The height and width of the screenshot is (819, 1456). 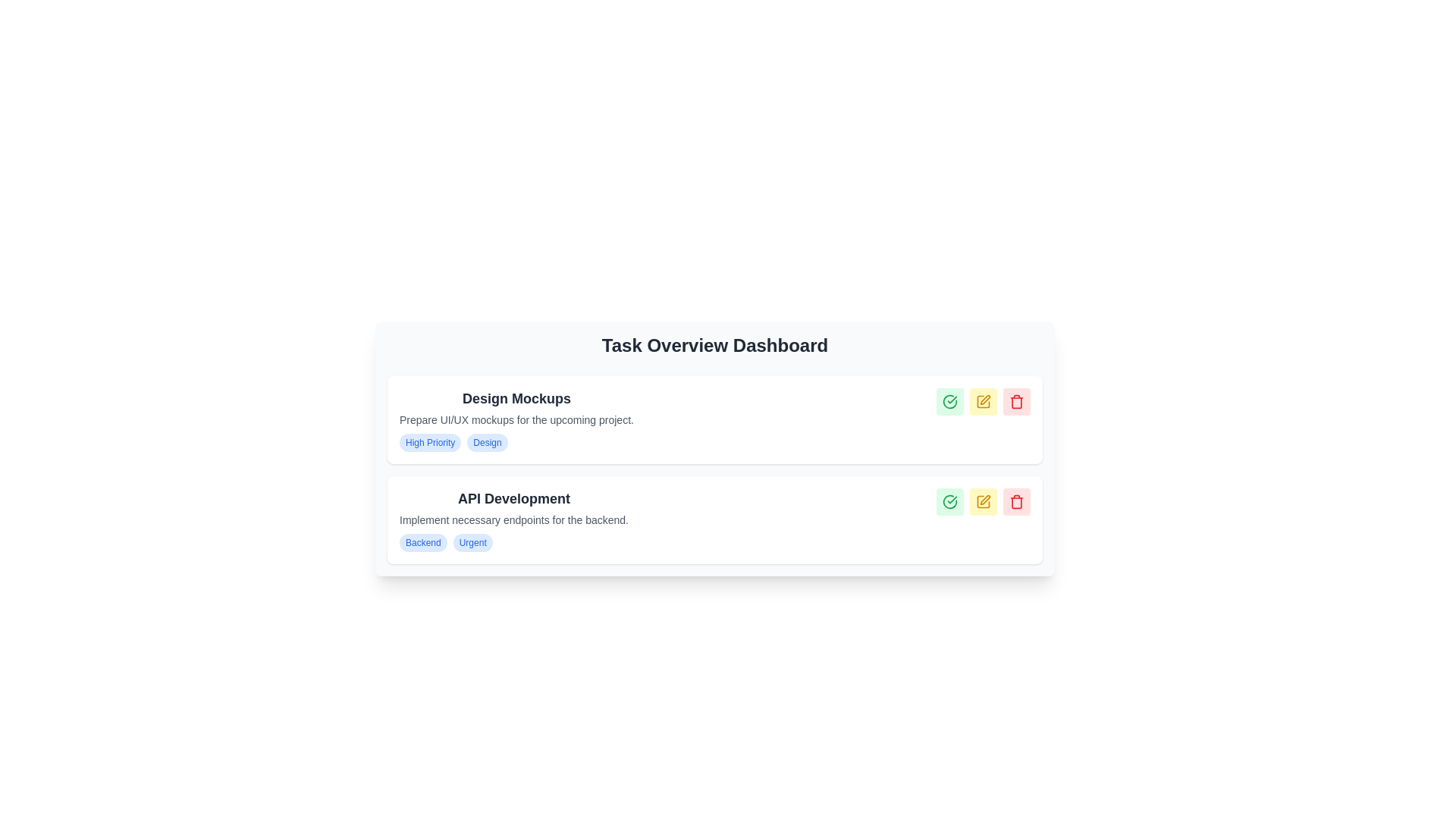 What do you see at coordinates (983, 502) in the screenshot?
I see `the edit action button located in the horizontal row of action buttons to the right of the 'API Development' section` at bounding box center [983, 502].